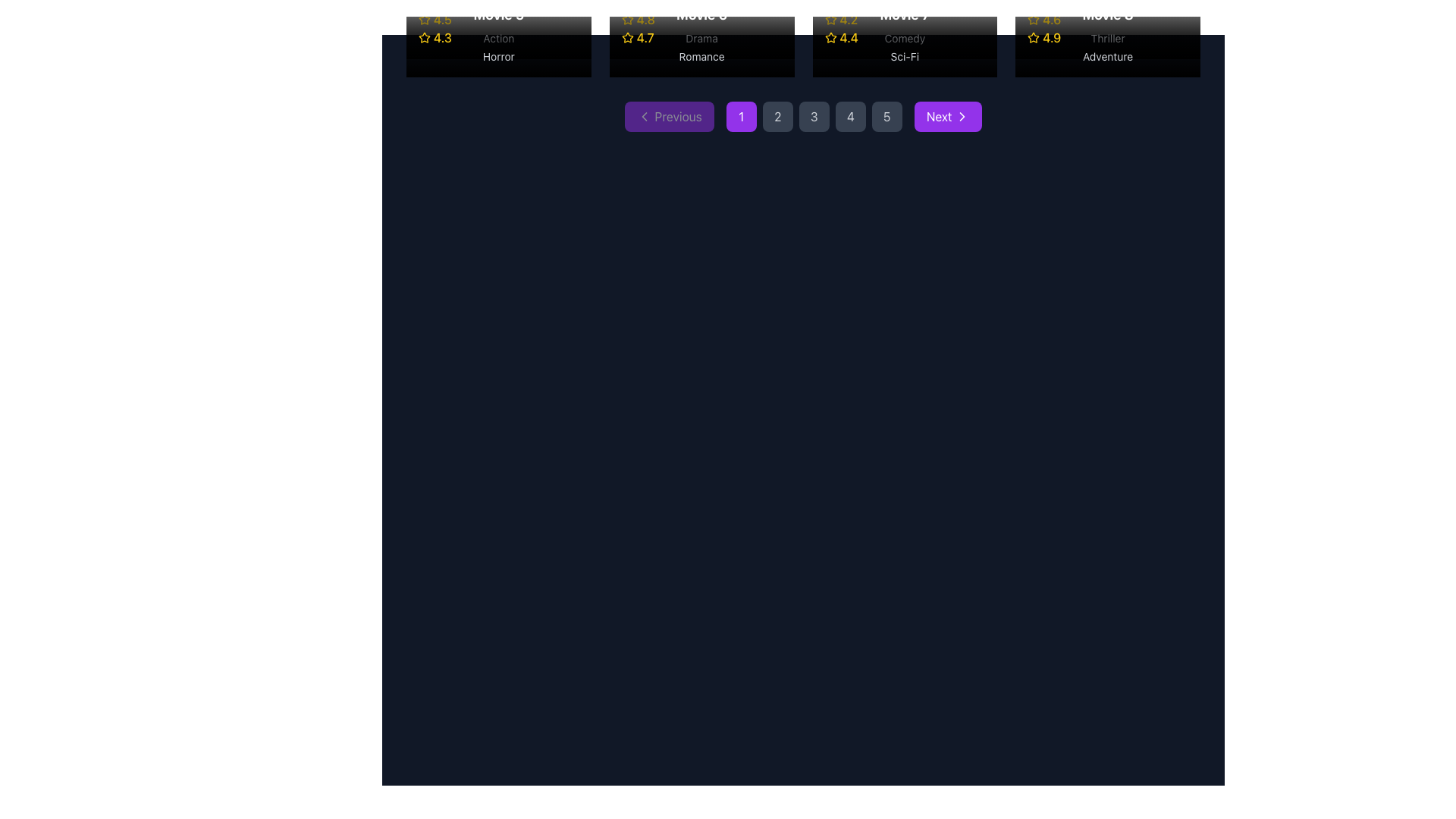 This screenshot has height=819, width=1456. I want to click on numeric rating (4.2) displayed in the Text Label for the movie 'Movie 9', which is located in the upper portion of the UI next to a yellow star icon, so click(848, 20).